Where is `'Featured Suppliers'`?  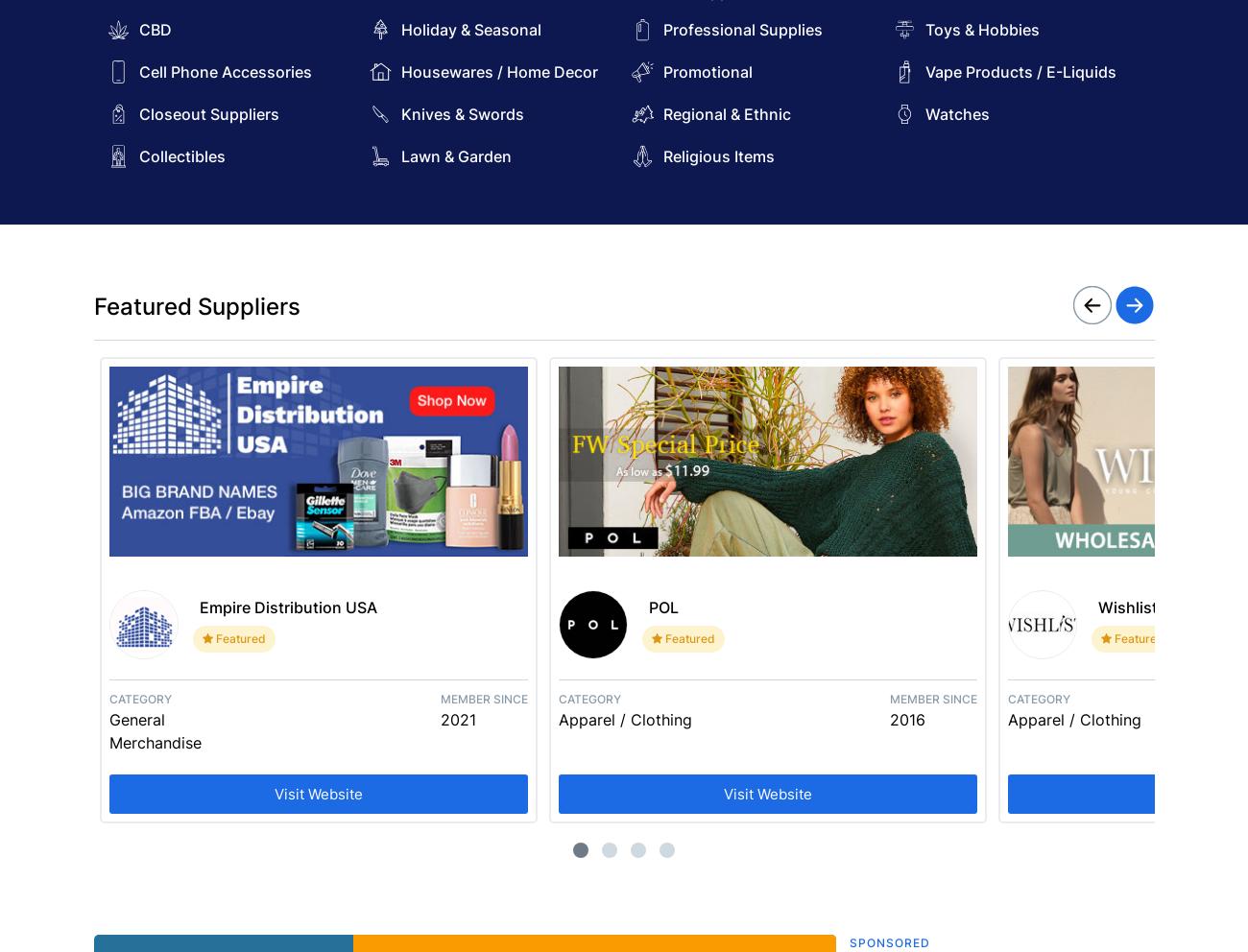 'Featured Suppliers' is located at coordinates (196, 306).